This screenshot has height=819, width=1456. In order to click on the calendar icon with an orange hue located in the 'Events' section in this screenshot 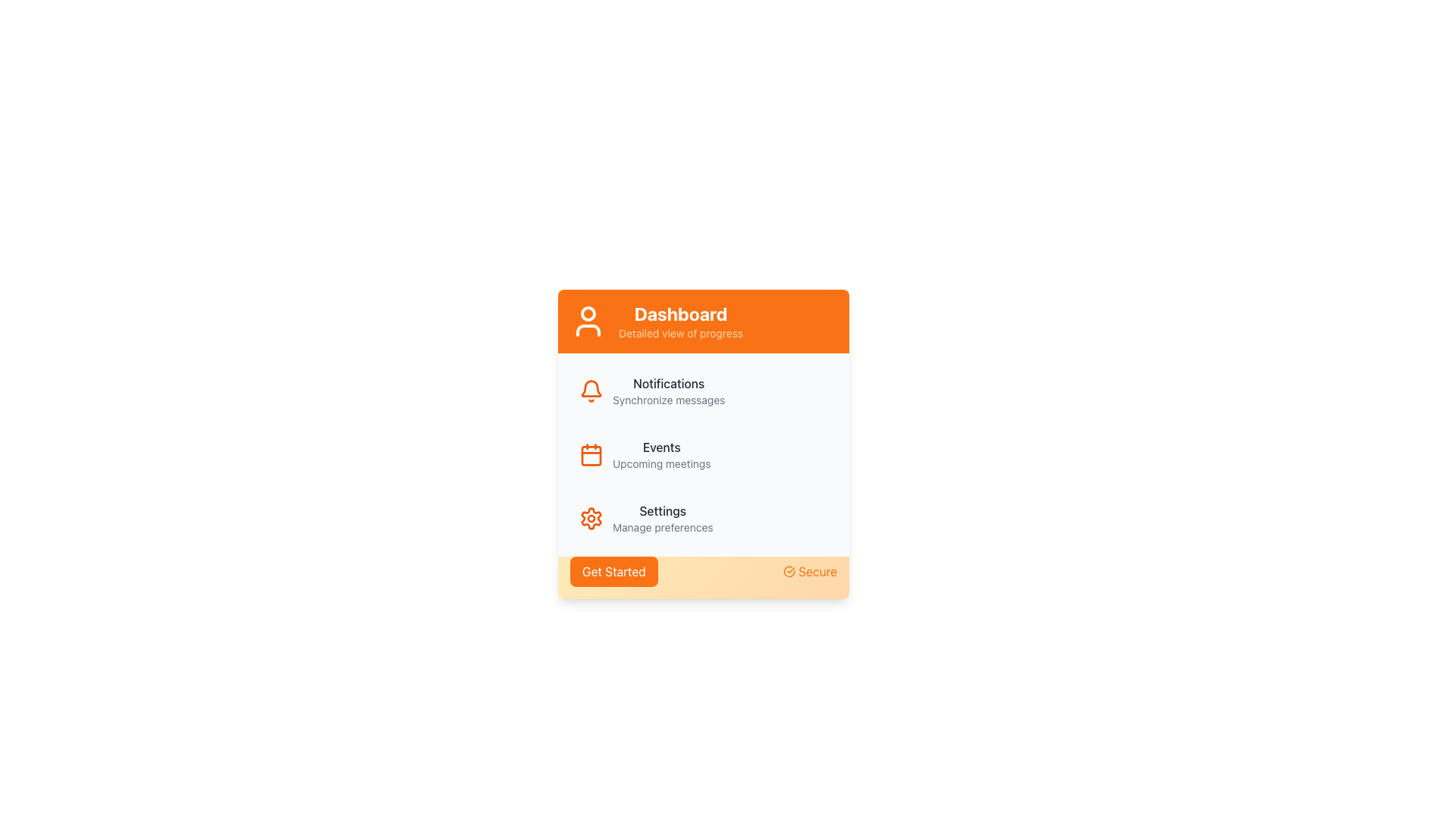, I will do `click(590, 454)`.